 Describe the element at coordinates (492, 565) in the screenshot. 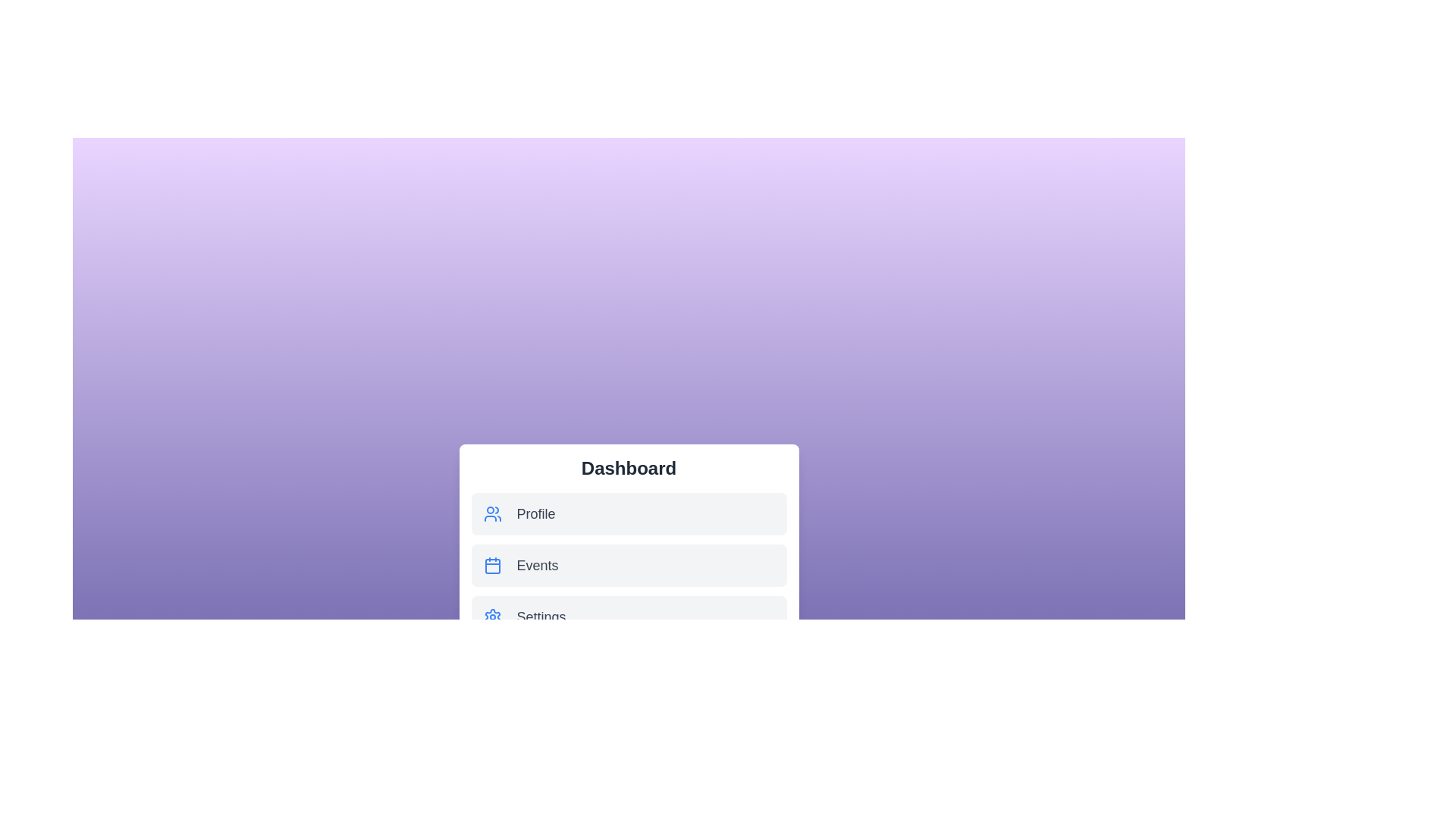

I see `the Calendar icon in the sidebar, located below the Profile section and above Settings` at that location.